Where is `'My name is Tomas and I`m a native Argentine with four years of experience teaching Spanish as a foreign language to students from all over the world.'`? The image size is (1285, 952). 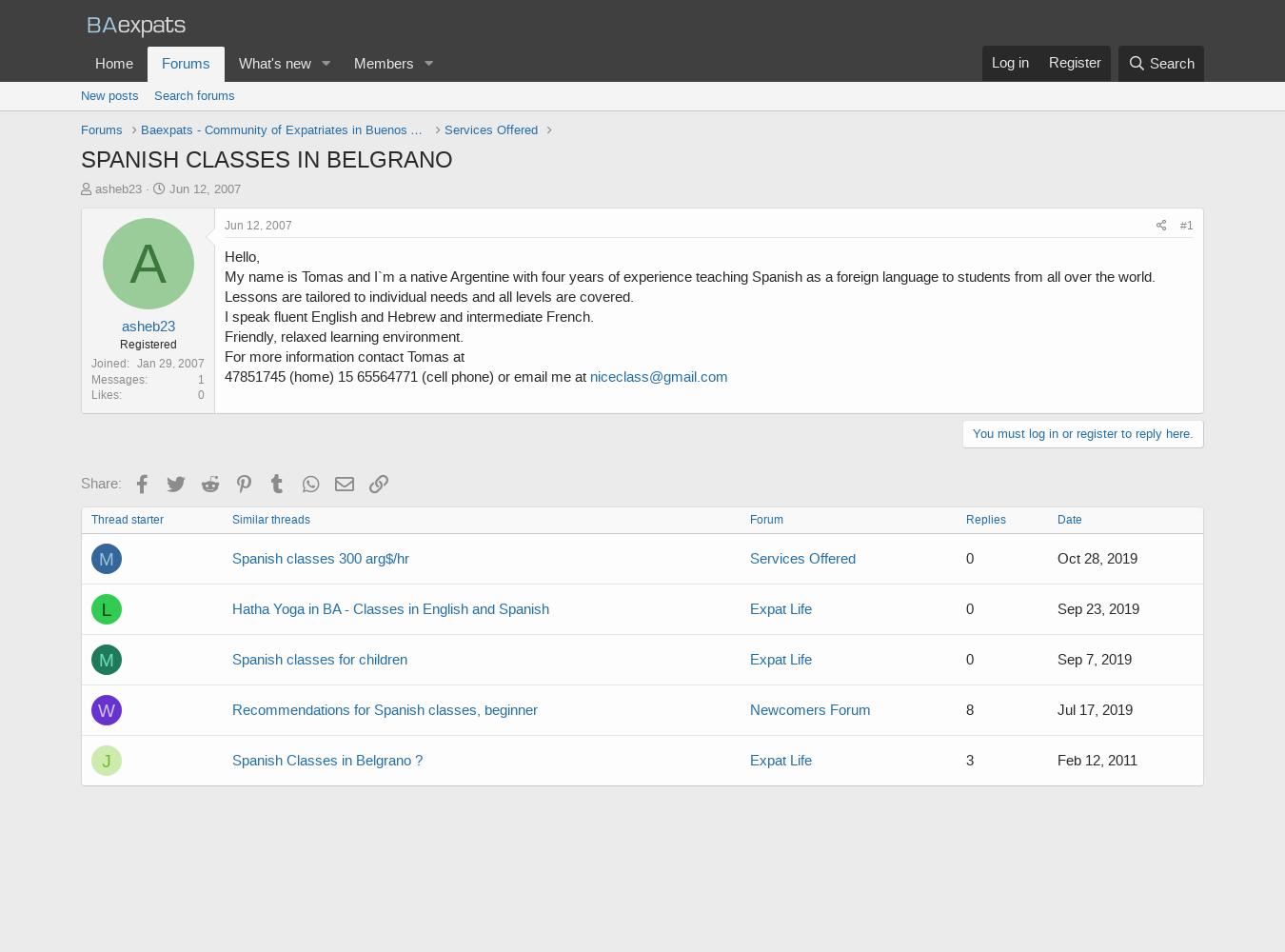 'My name is Tomas and I`m a native Argentine with four years of experience teaching Spanish as a foreign language to students from all over the world.' is located at coordinates (688, 277).